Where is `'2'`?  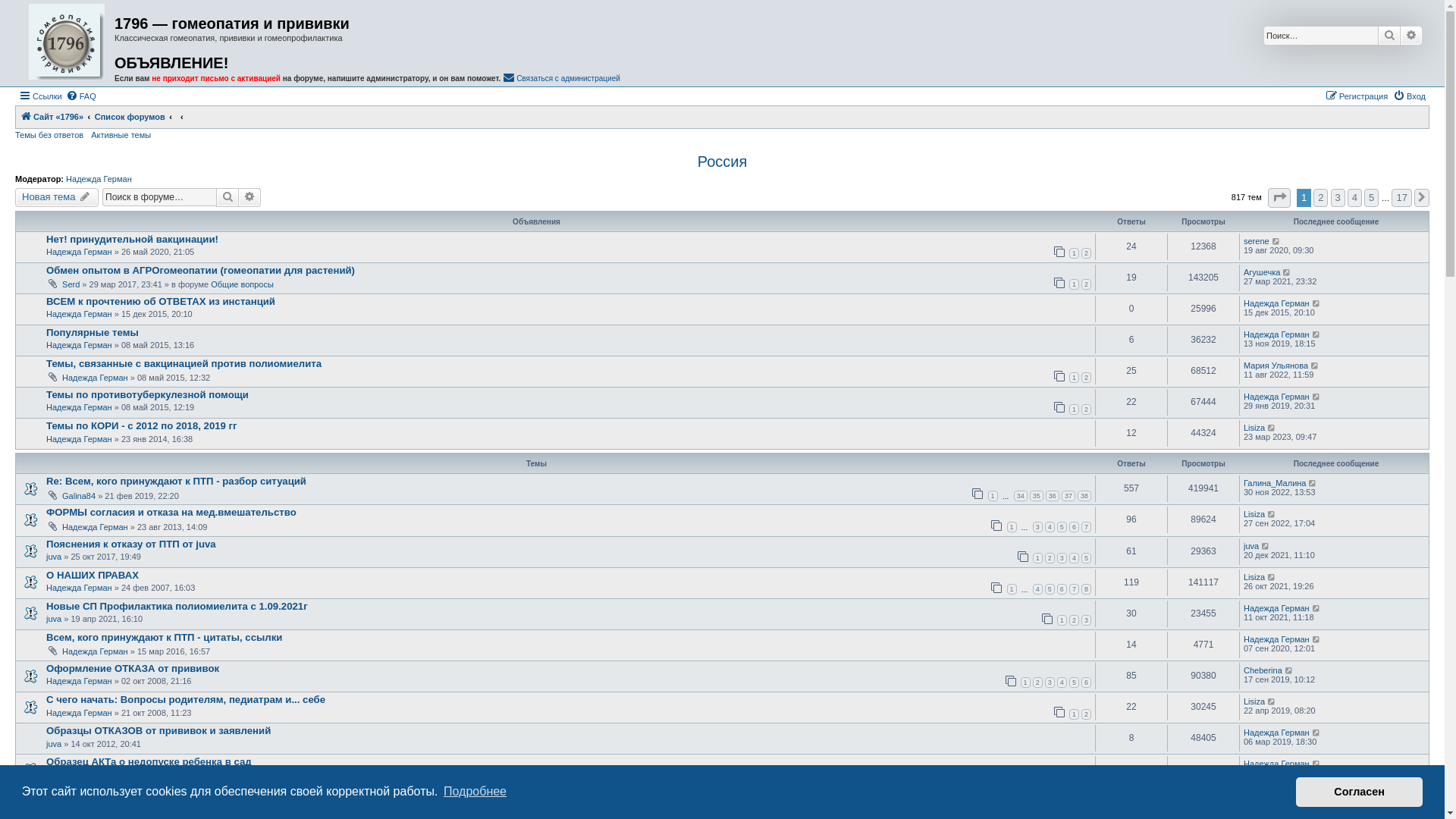 '2' is located at coordinates (1085, 284).